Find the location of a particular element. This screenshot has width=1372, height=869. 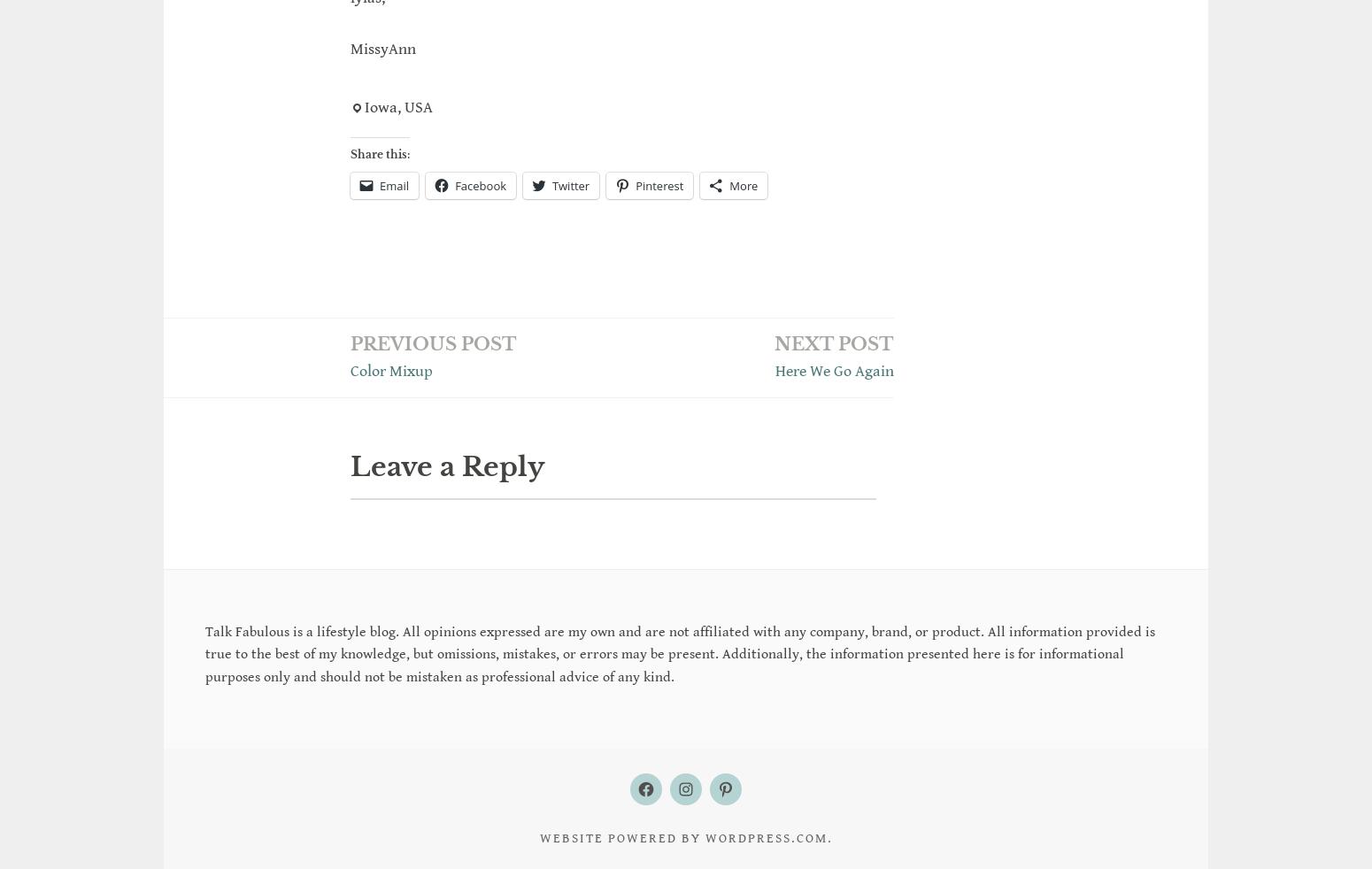

'Share this:' is located at coordinates (380, 153).